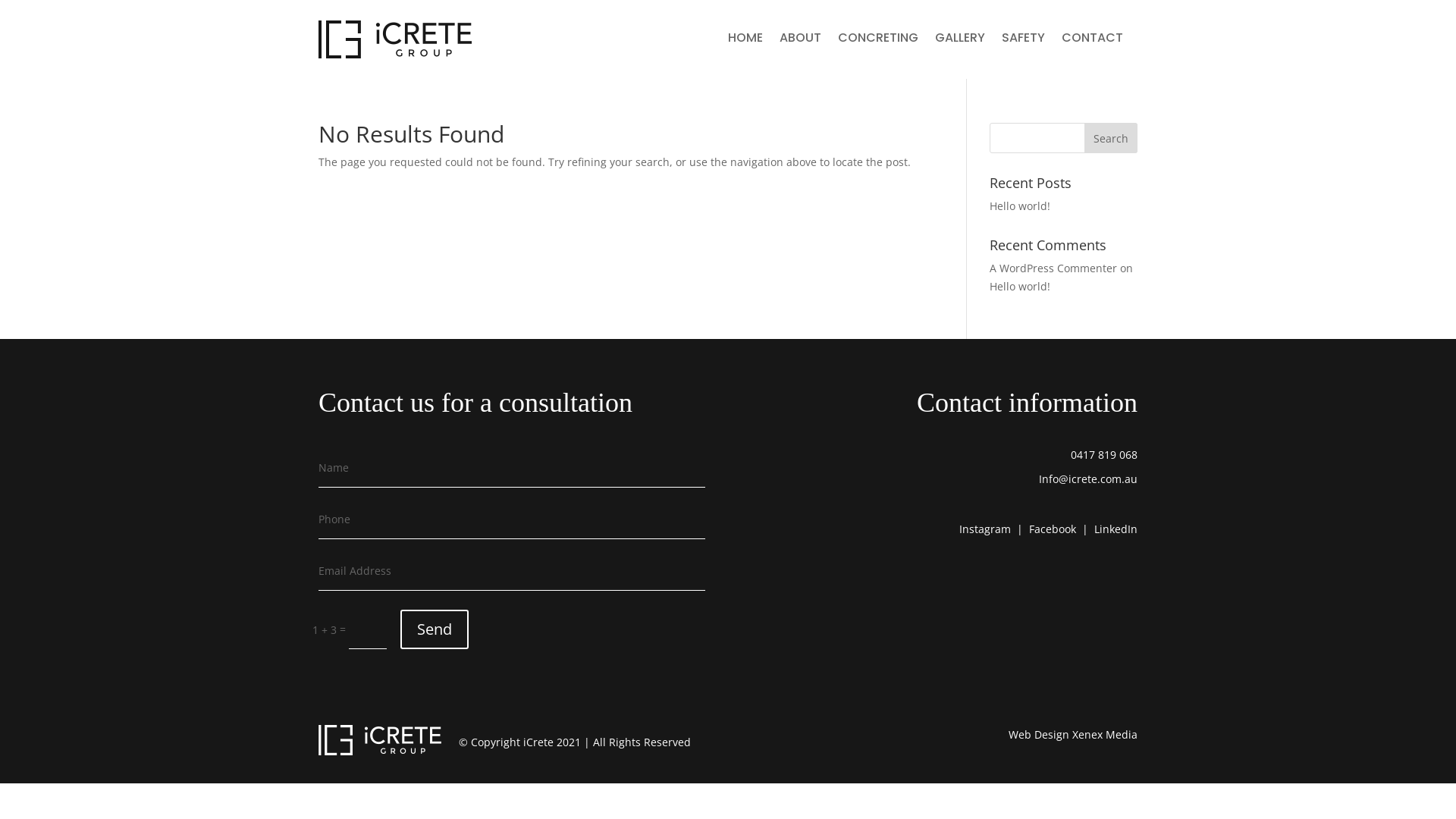  I want to click on 'Facebook', so click(1051, 528).